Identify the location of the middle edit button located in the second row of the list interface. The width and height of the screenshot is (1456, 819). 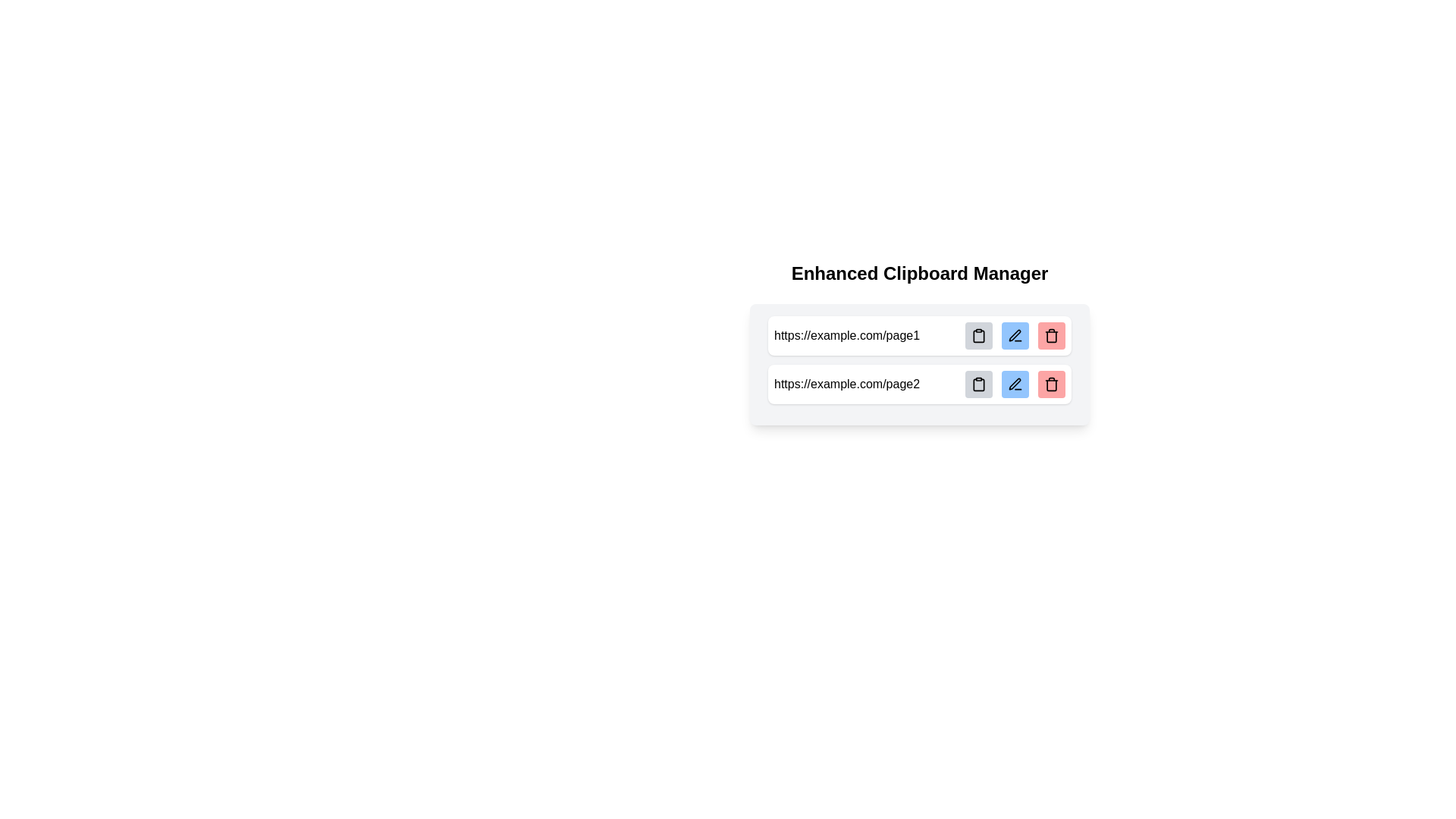
(1015, 383).